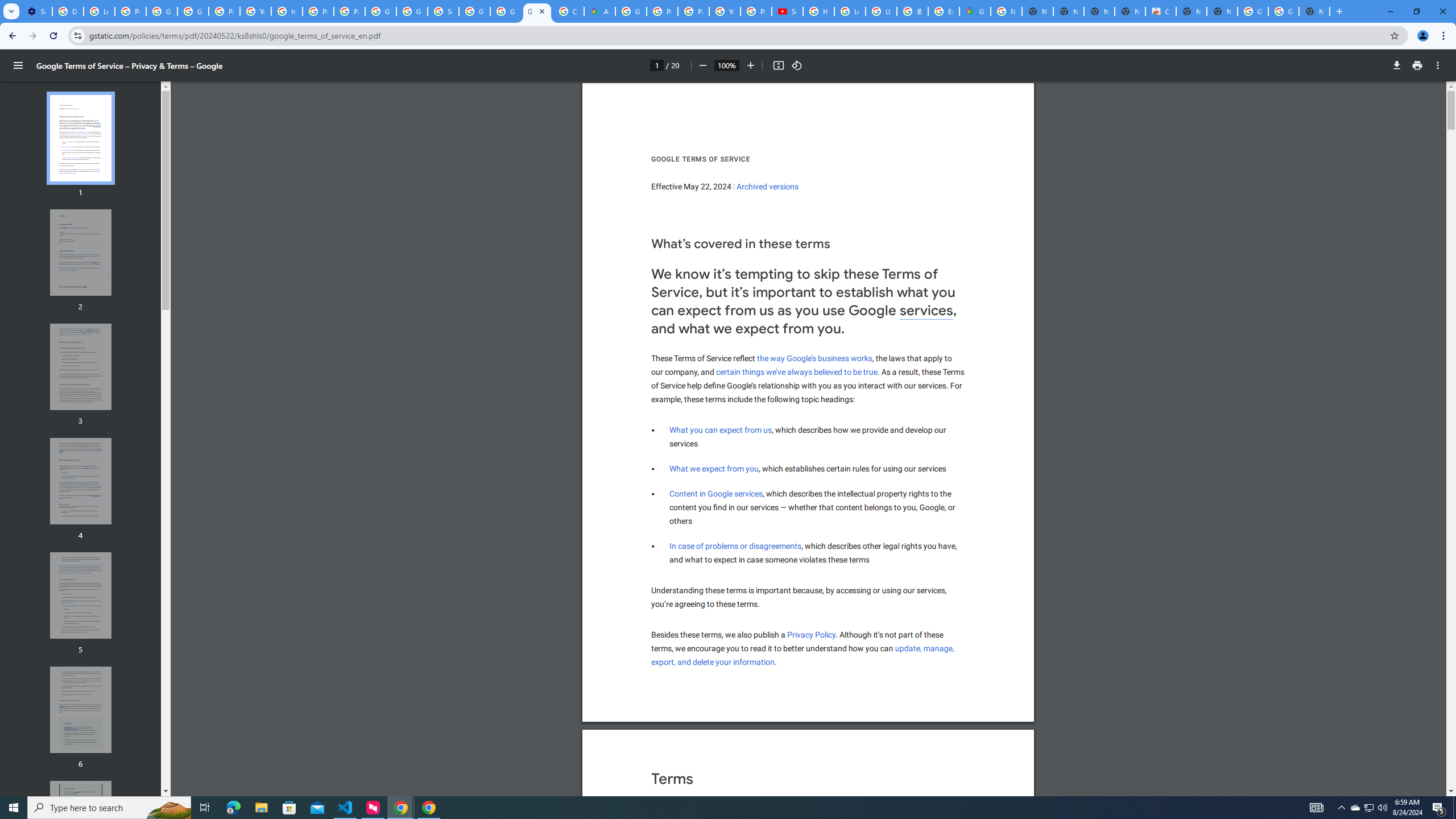 This screenshot has height=819, width=1456. What do you see at coordinates (925, 648) in the screenshot?
I see `'update, manage,'` at bounding box center [925, 648].